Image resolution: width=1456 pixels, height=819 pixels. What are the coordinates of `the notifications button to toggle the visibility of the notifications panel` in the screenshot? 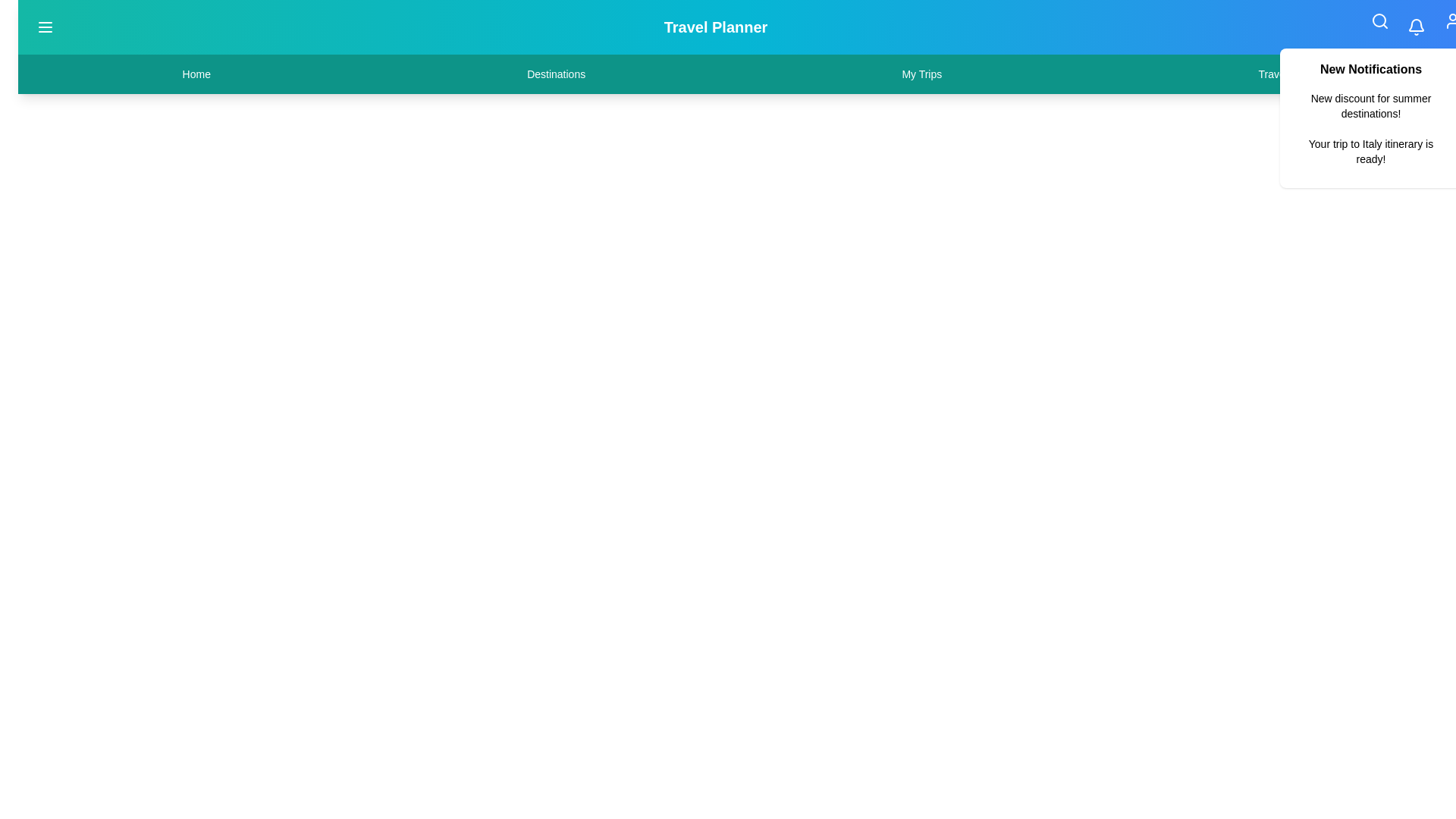 It's located at (1415, 27).